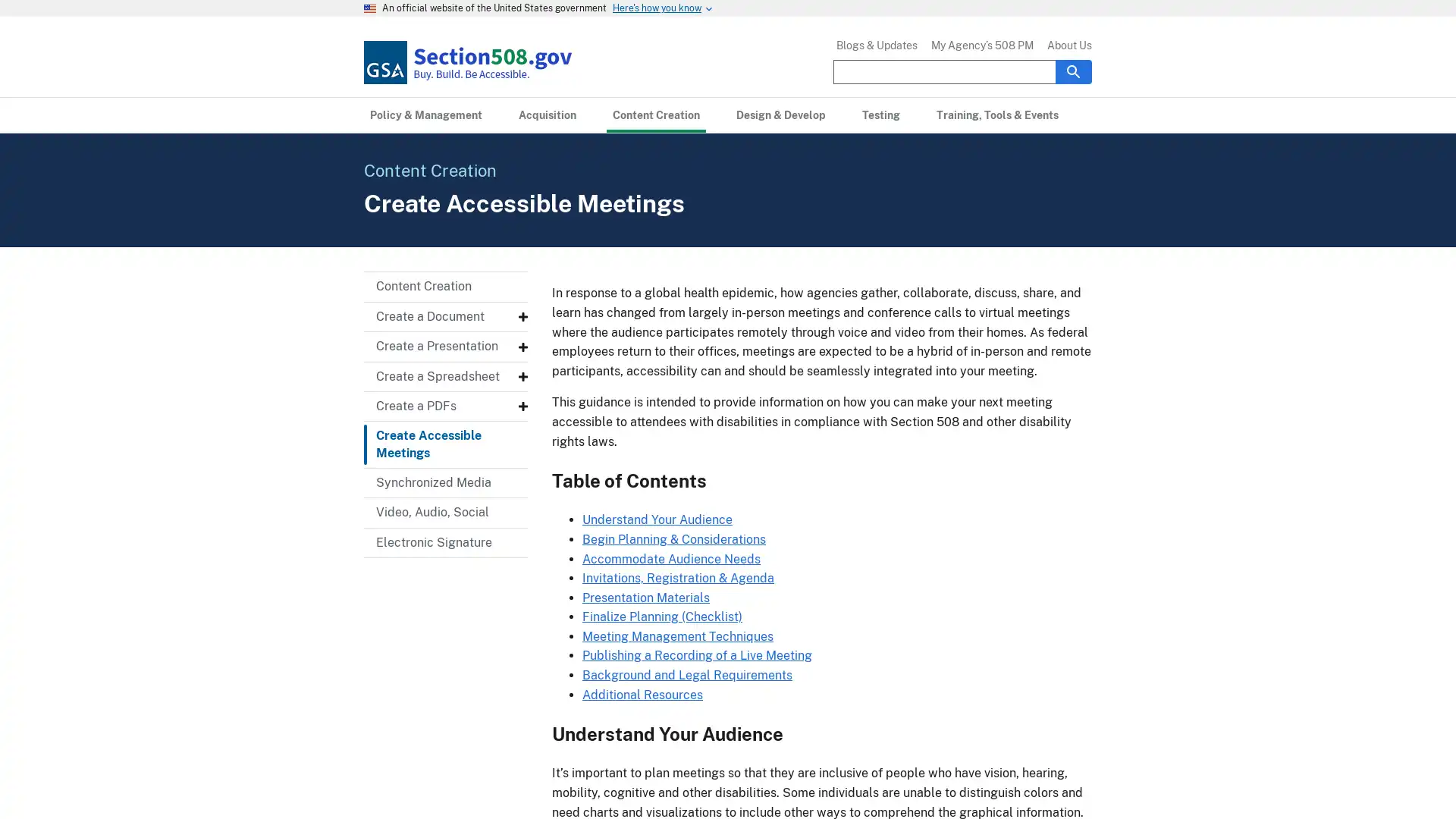 The image size is (1456, 819). I want to click on Here's how you know, so click(657, 8).